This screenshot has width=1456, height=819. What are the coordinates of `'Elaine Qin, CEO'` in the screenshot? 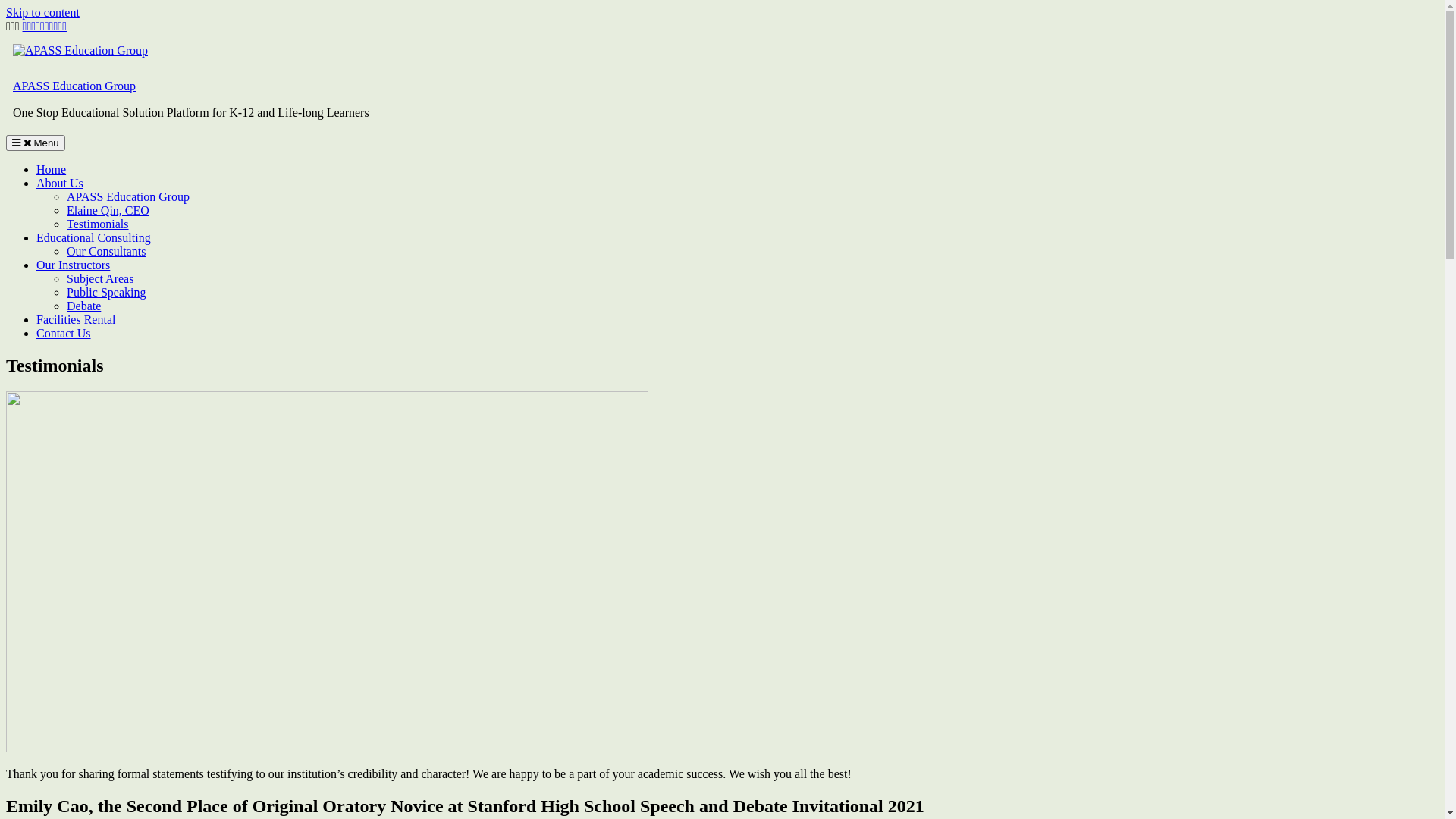 It's located at (107, 210).